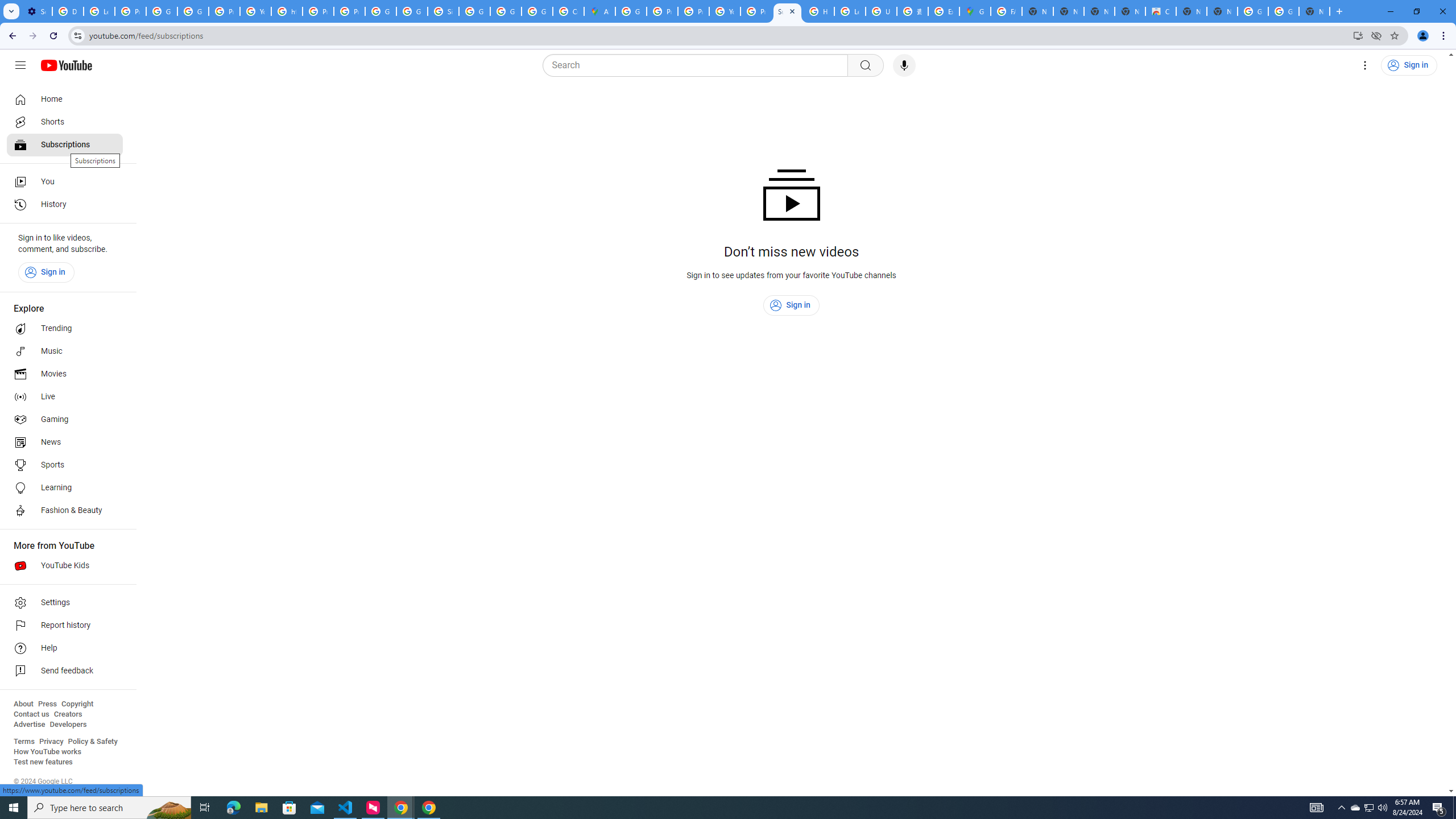 The height and width of the screenshot is (819, 1456). Describe the element at coordinates (64, 350) in the screenshot. I see `'Music'` at that location.